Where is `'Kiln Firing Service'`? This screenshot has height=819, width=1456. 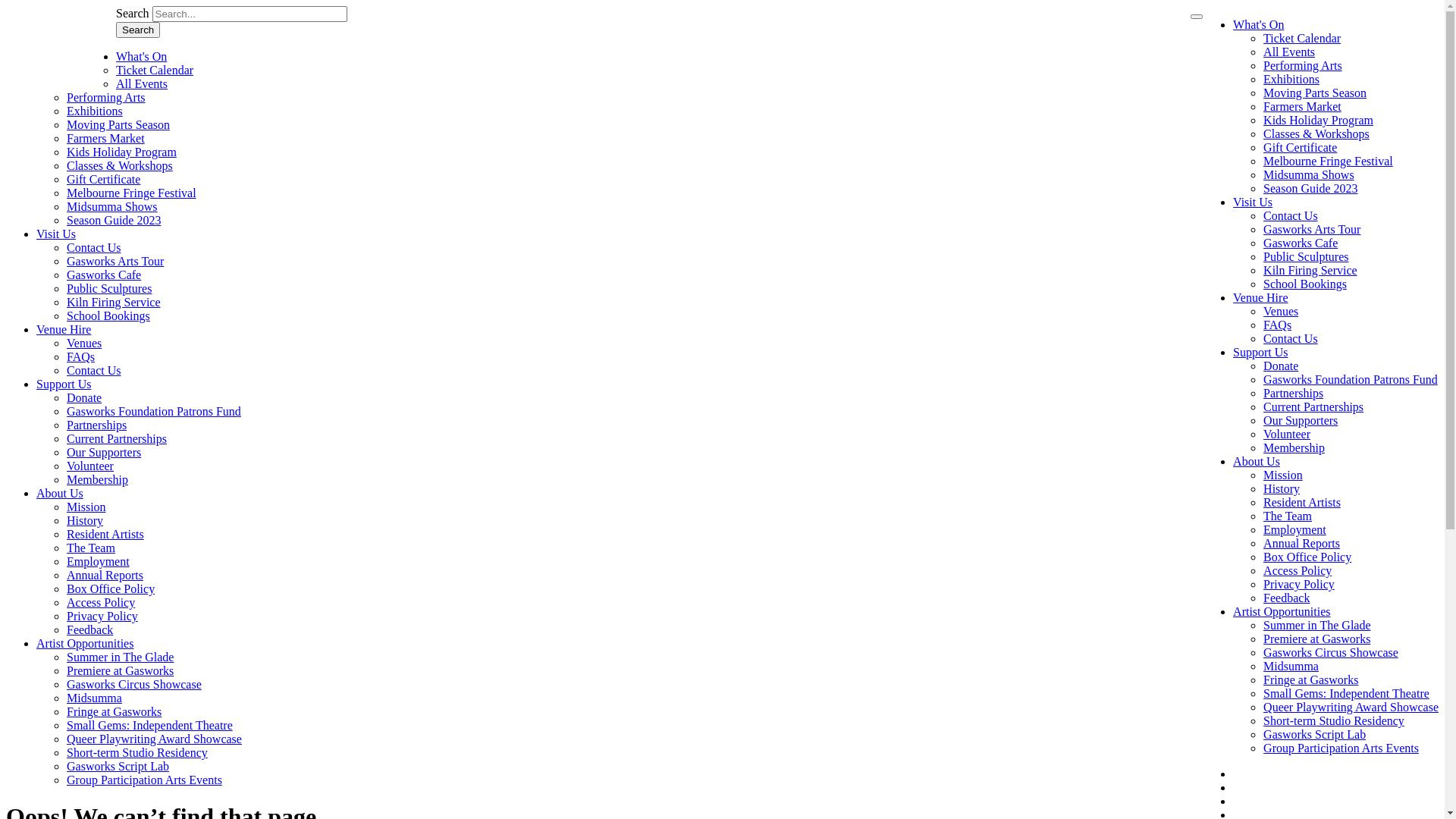
'Kiln Firing Service' is located at coordinates (112, 302).